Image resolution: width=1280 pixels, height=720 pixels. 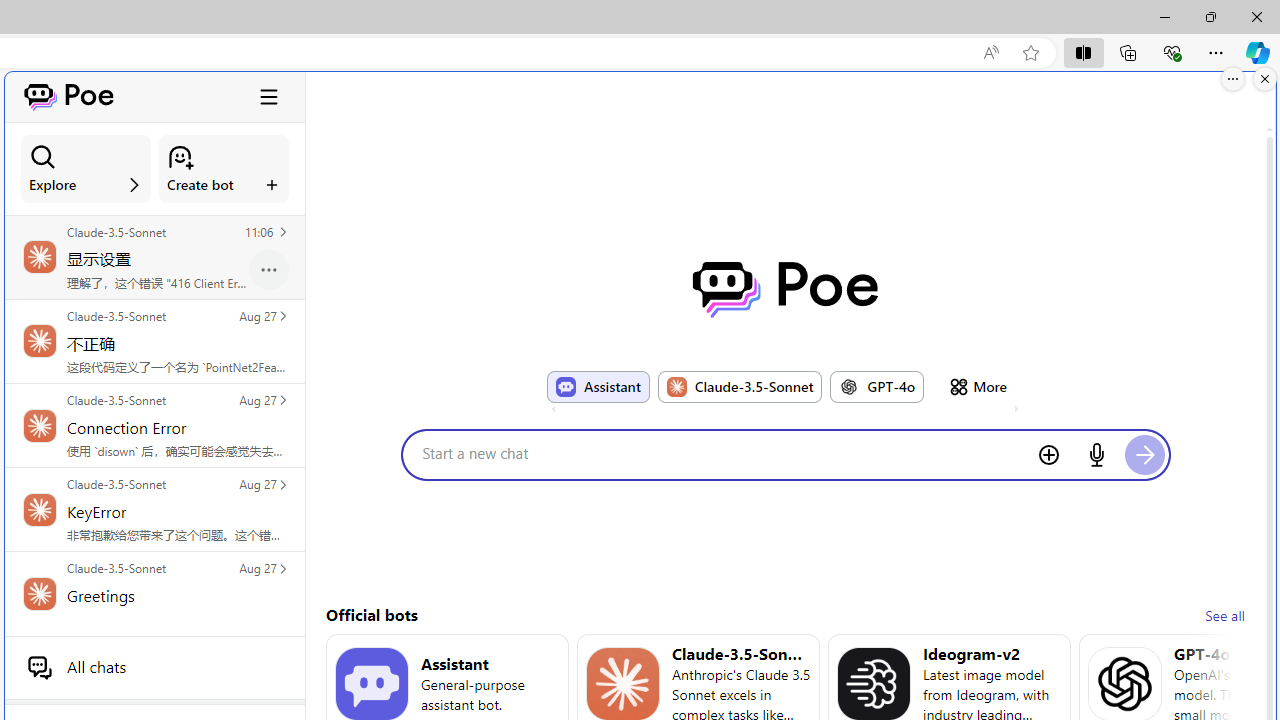 I want to click on 'See all', so click(x=1223, y=614).